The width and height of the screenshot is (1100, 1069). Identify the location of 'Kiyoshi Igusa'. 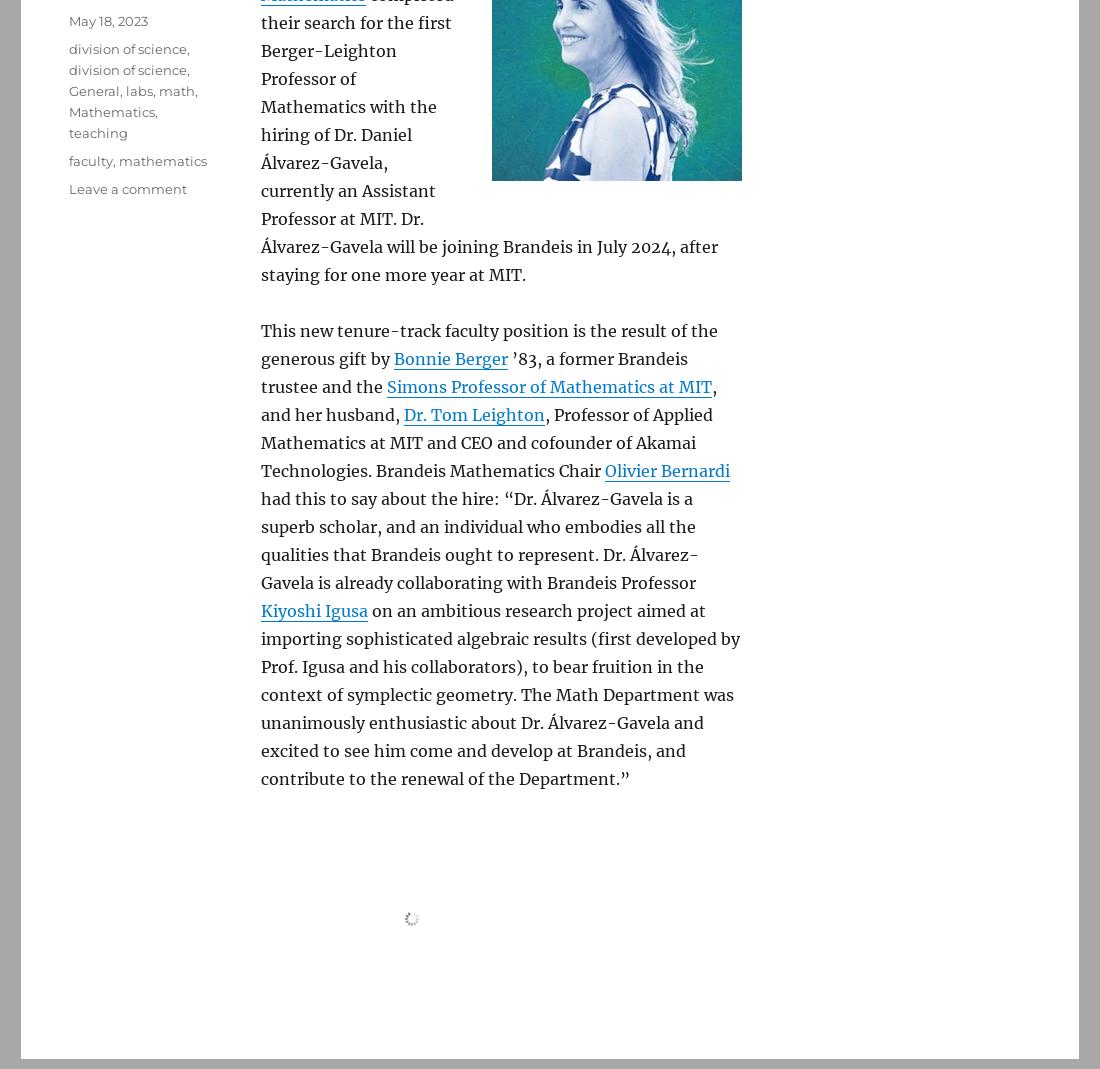
(313, 611).